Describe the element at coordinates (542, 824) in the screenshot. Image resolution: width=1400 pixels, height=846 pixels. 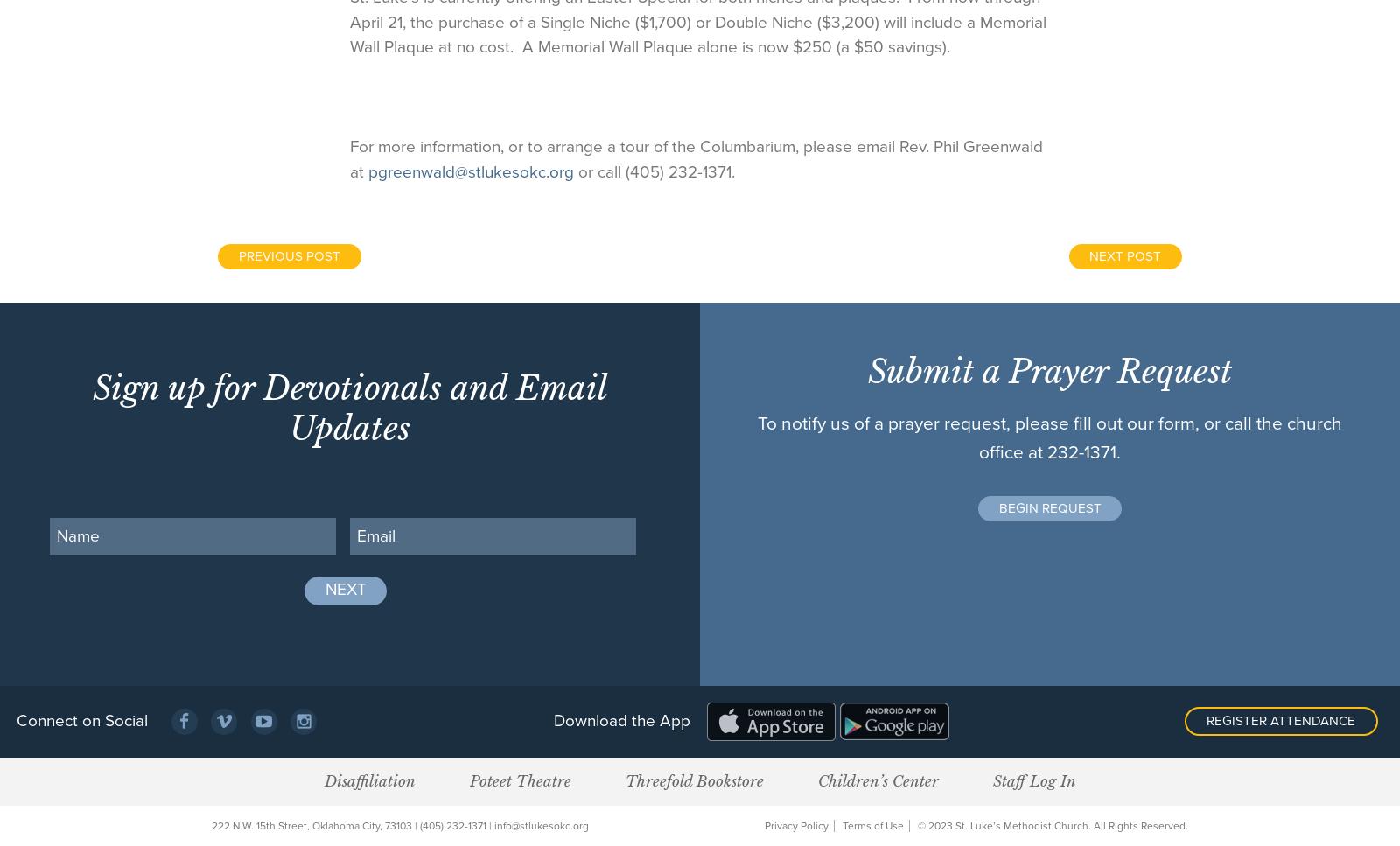
I see `'info@stlukesokc.org'` at that location.